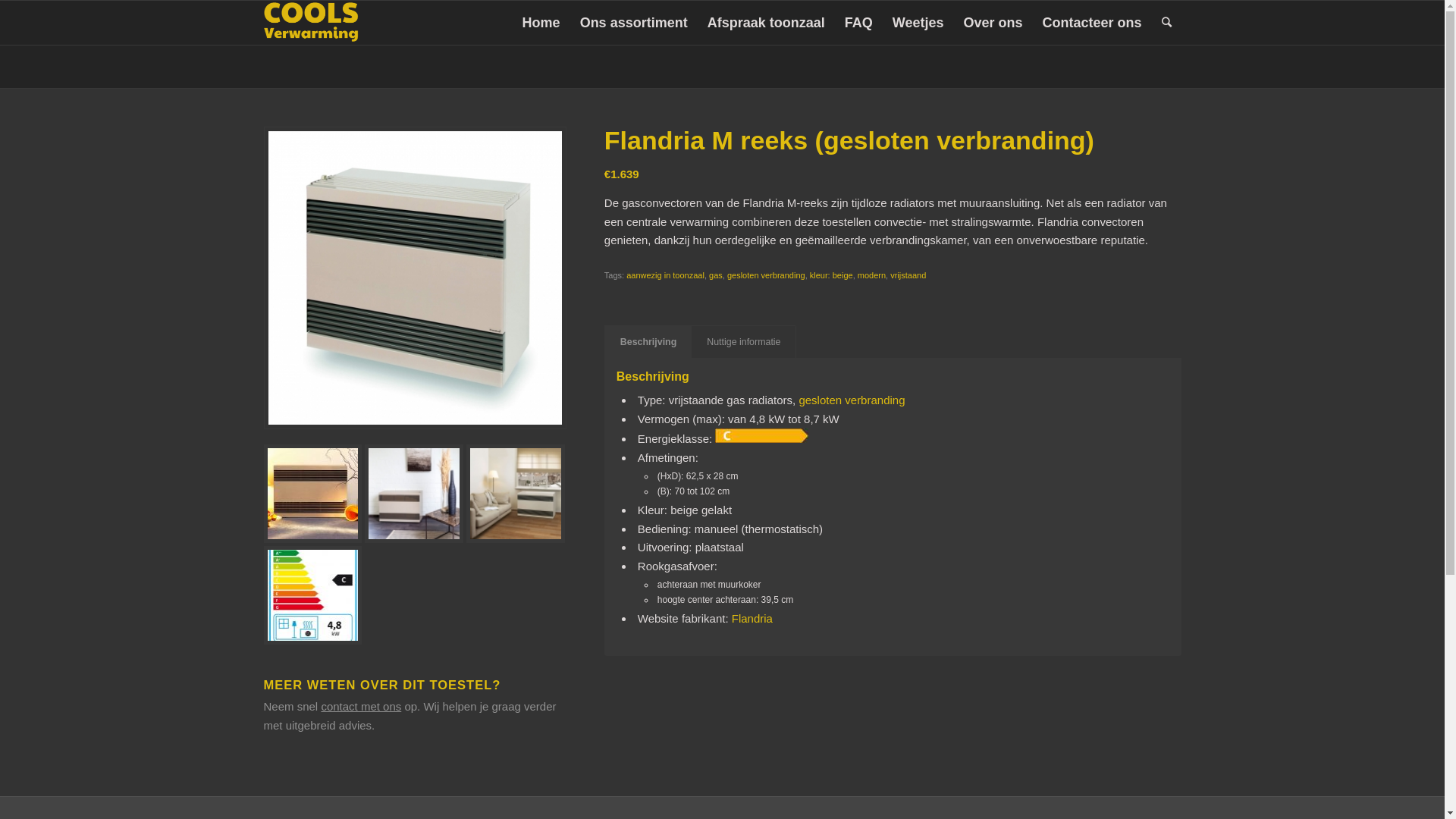 Image resolution: width=1456 pixels, height=819 pixels. Describe the element at coordinates (603, 342) in the screenshot. I see `'Beschrijving'` at that location.